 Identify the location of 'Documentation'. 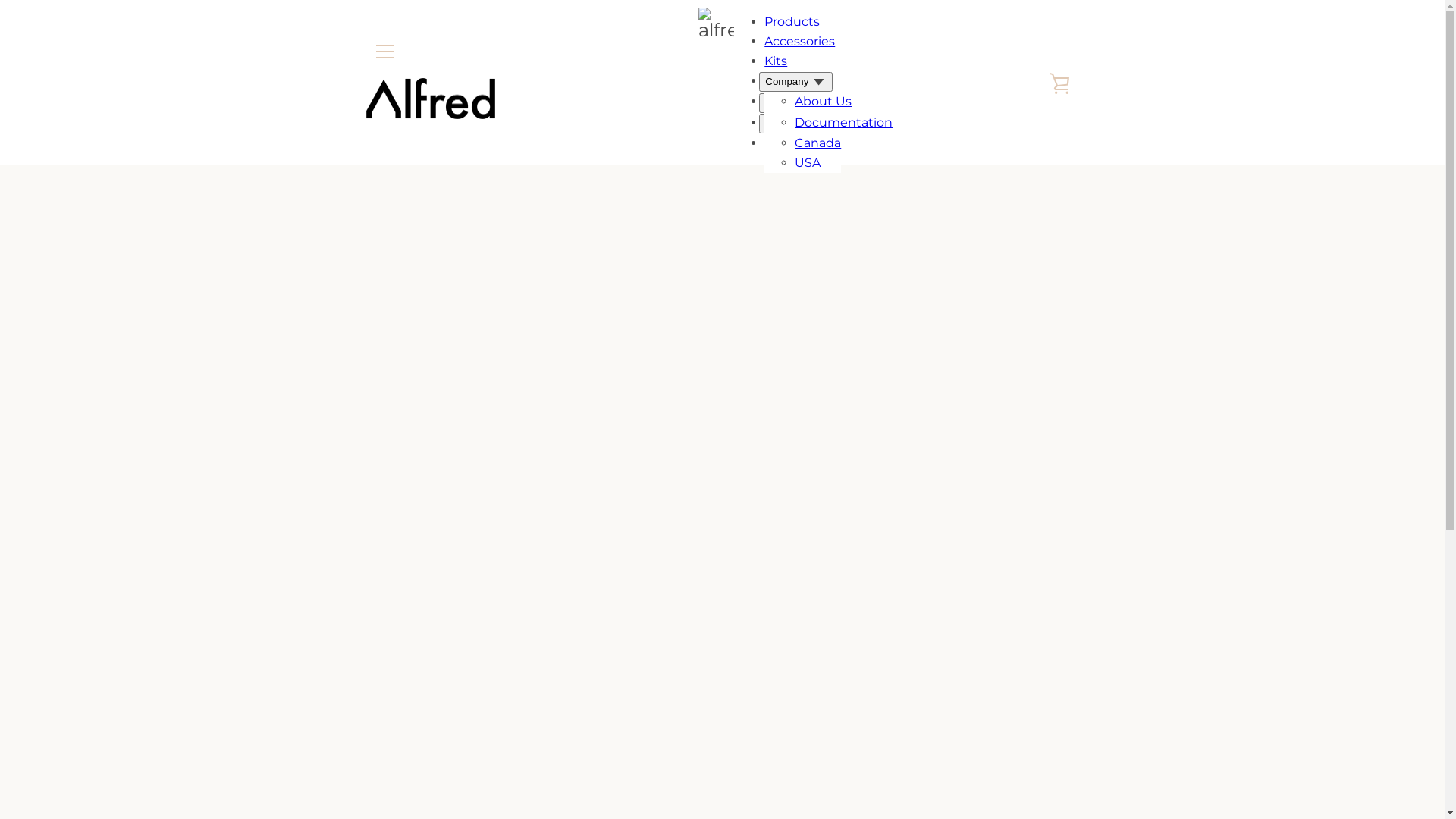
(843, 121).